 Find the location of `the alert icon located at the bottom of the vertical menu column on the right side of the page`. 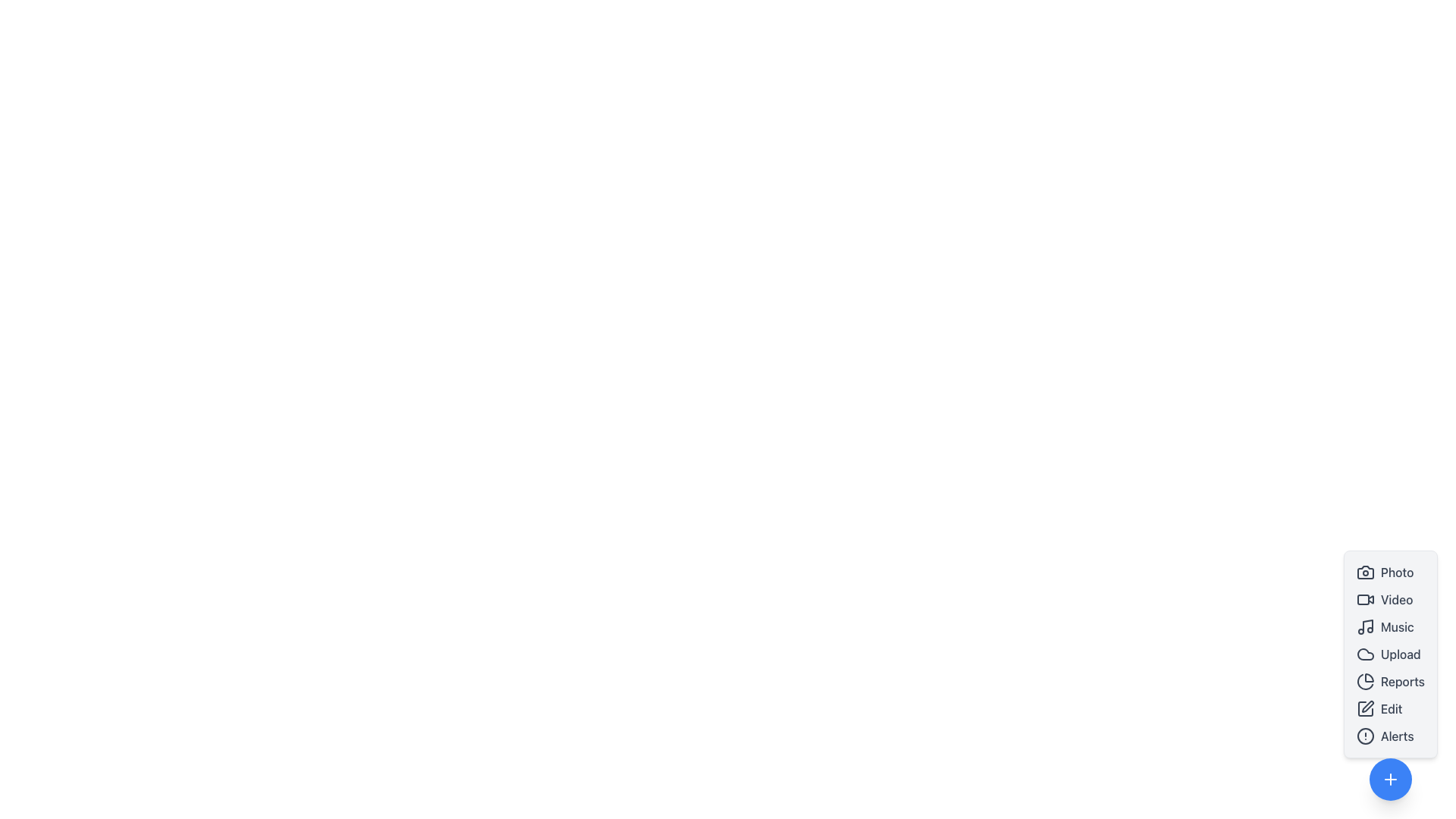

the alert icon located at the bottom of the vertical menu column on the right side of the page is located at coordinates (1365, 736).